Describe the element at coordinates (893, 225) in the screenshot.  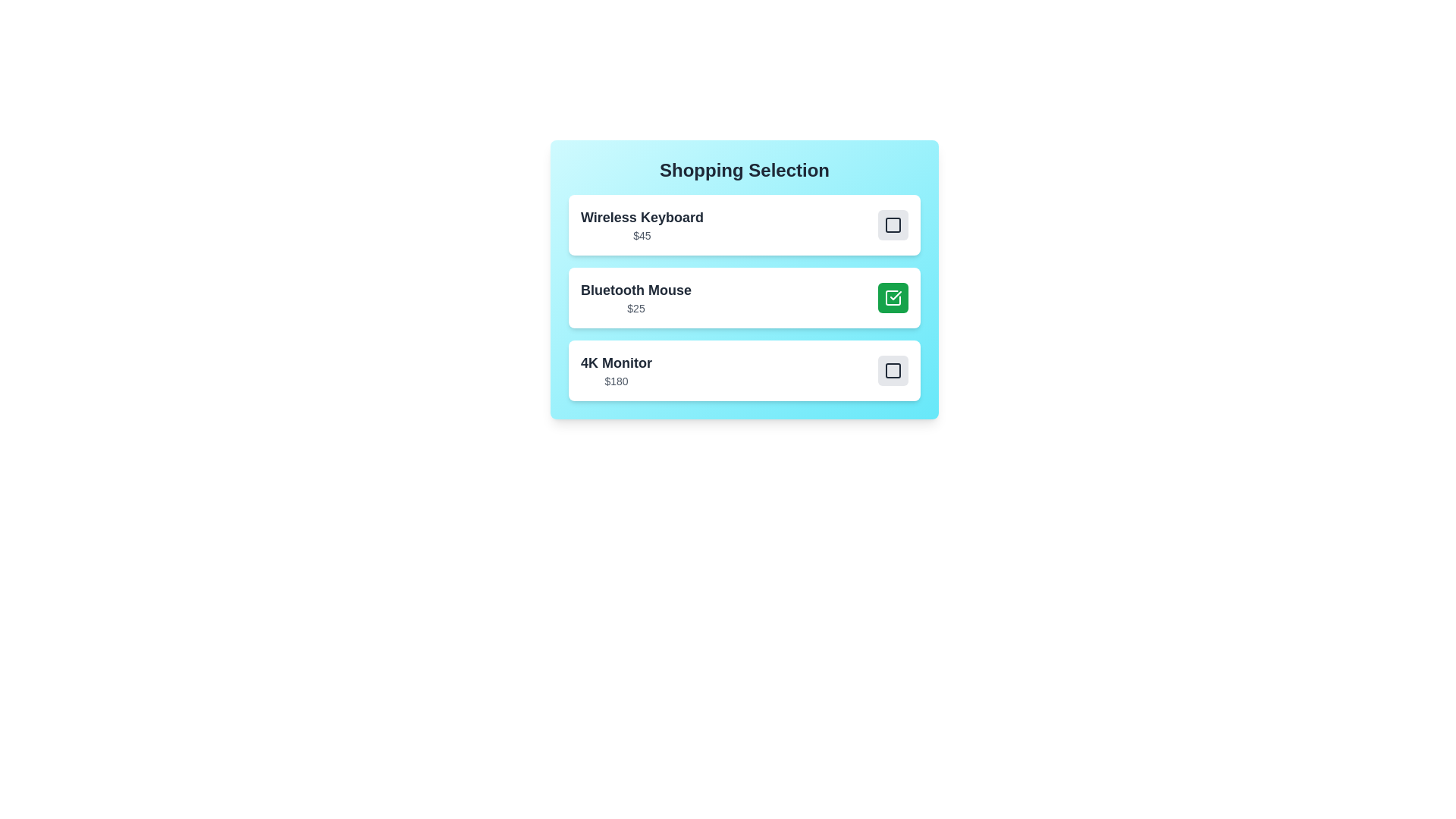
I see `the small square icon located at the rightmost end of the first row in the 'Shopping Selection' list for 'Wireless Keyboard'. This icon has rounded corners and is visually minimalist without any text or symbols` at that location.